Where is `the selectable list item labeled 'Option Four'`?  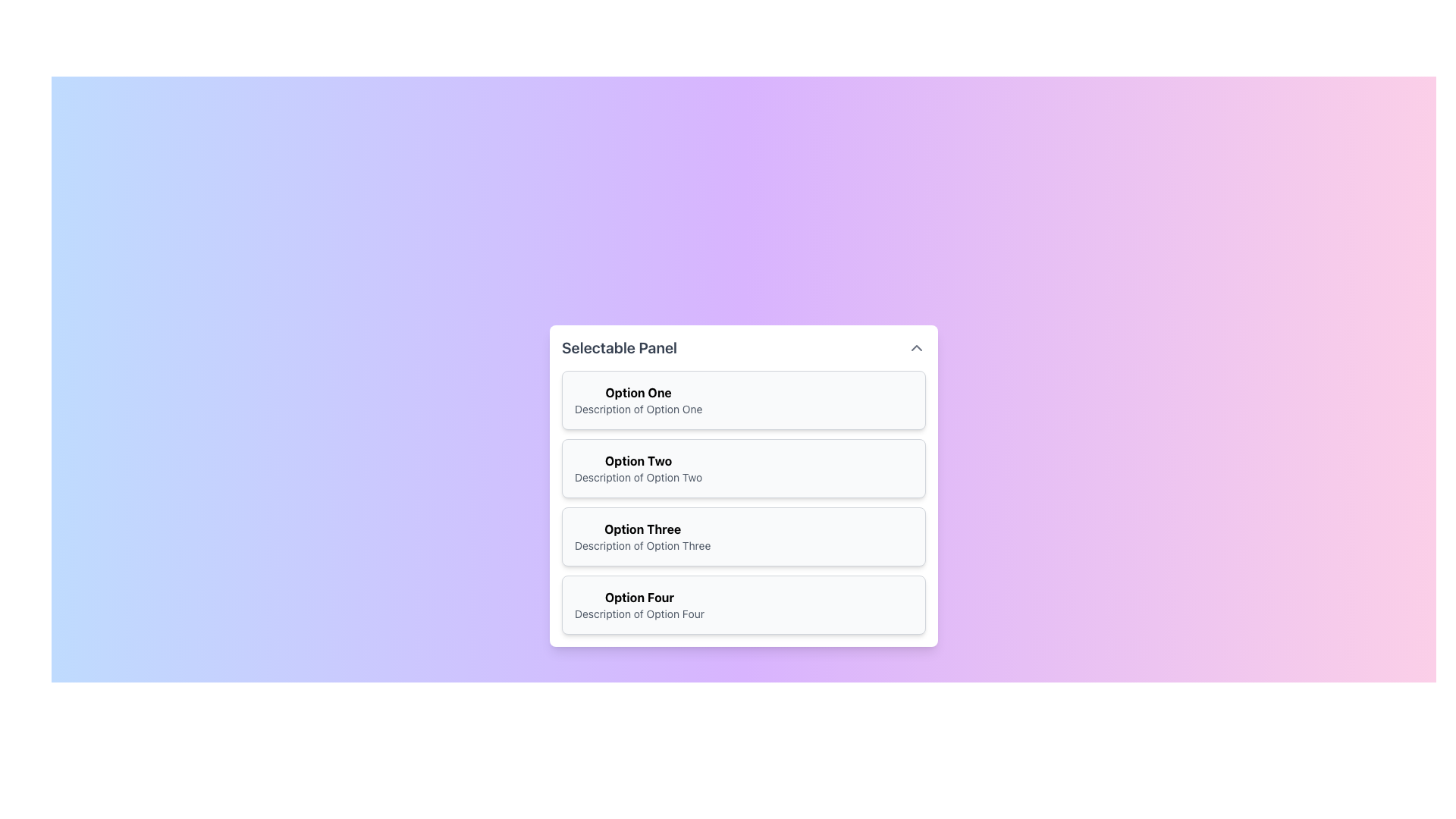 the selectable list item labeled 'Option Four' is located at coordinates (743, 604).